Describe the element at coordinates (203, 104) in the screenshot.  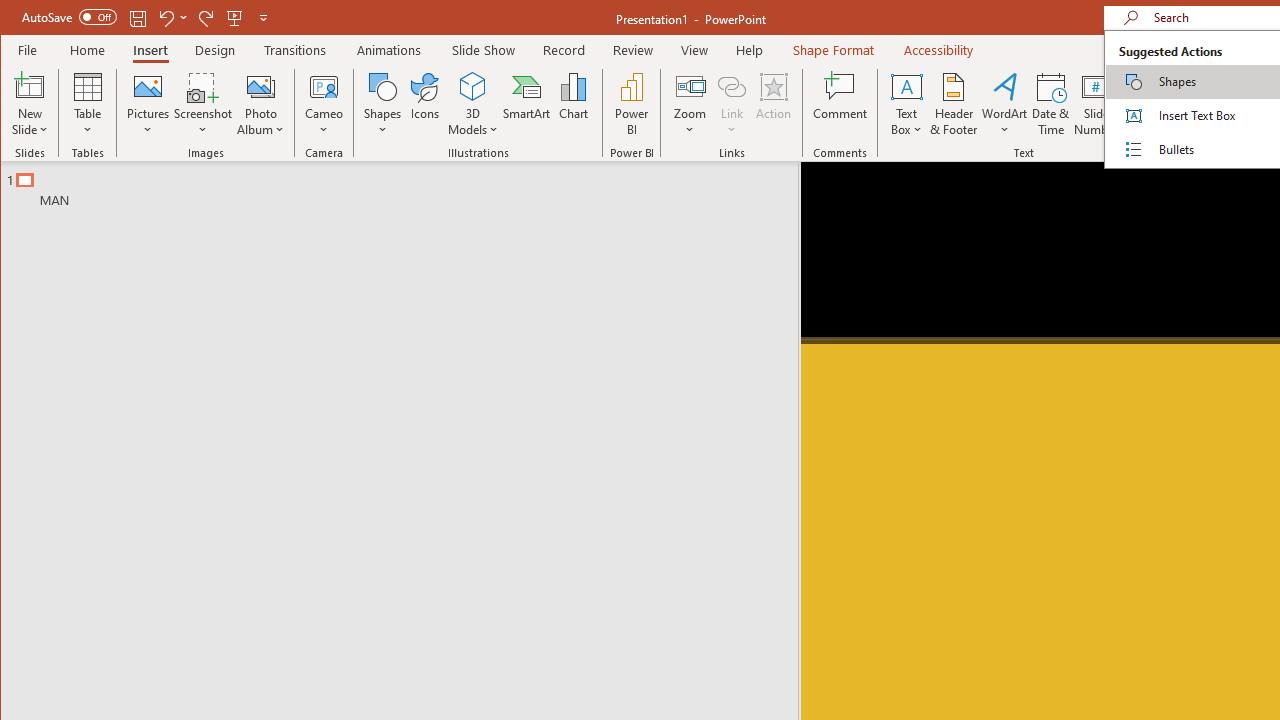
I see `'Screenshot'` at that location.